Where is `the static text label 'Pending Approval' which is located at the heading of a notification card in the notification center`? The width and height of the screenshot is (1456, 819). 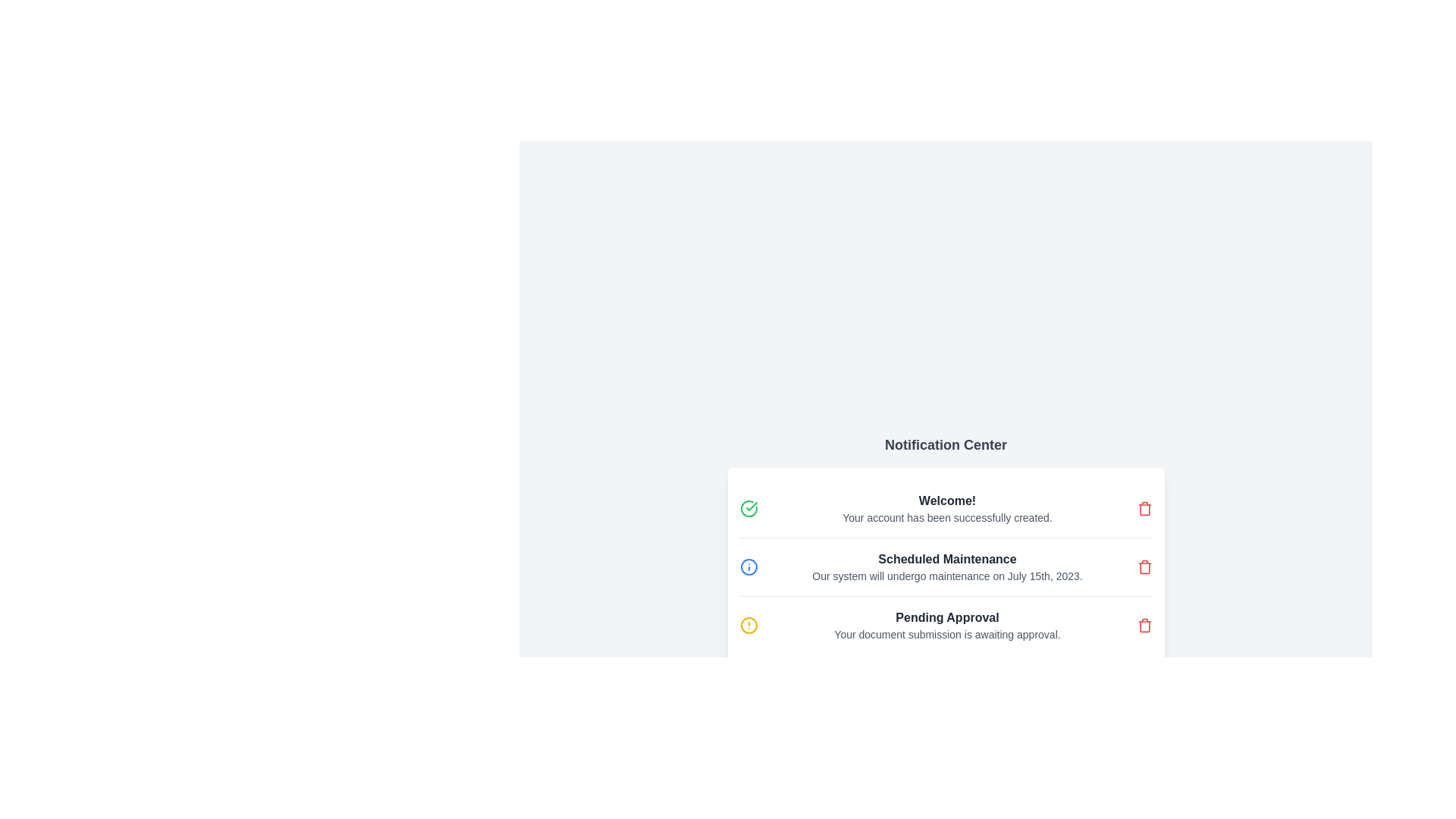
the static text label 'Pending Approval' which is located at the heading of a notification card in the notification center is located at coordinates (946, 617).